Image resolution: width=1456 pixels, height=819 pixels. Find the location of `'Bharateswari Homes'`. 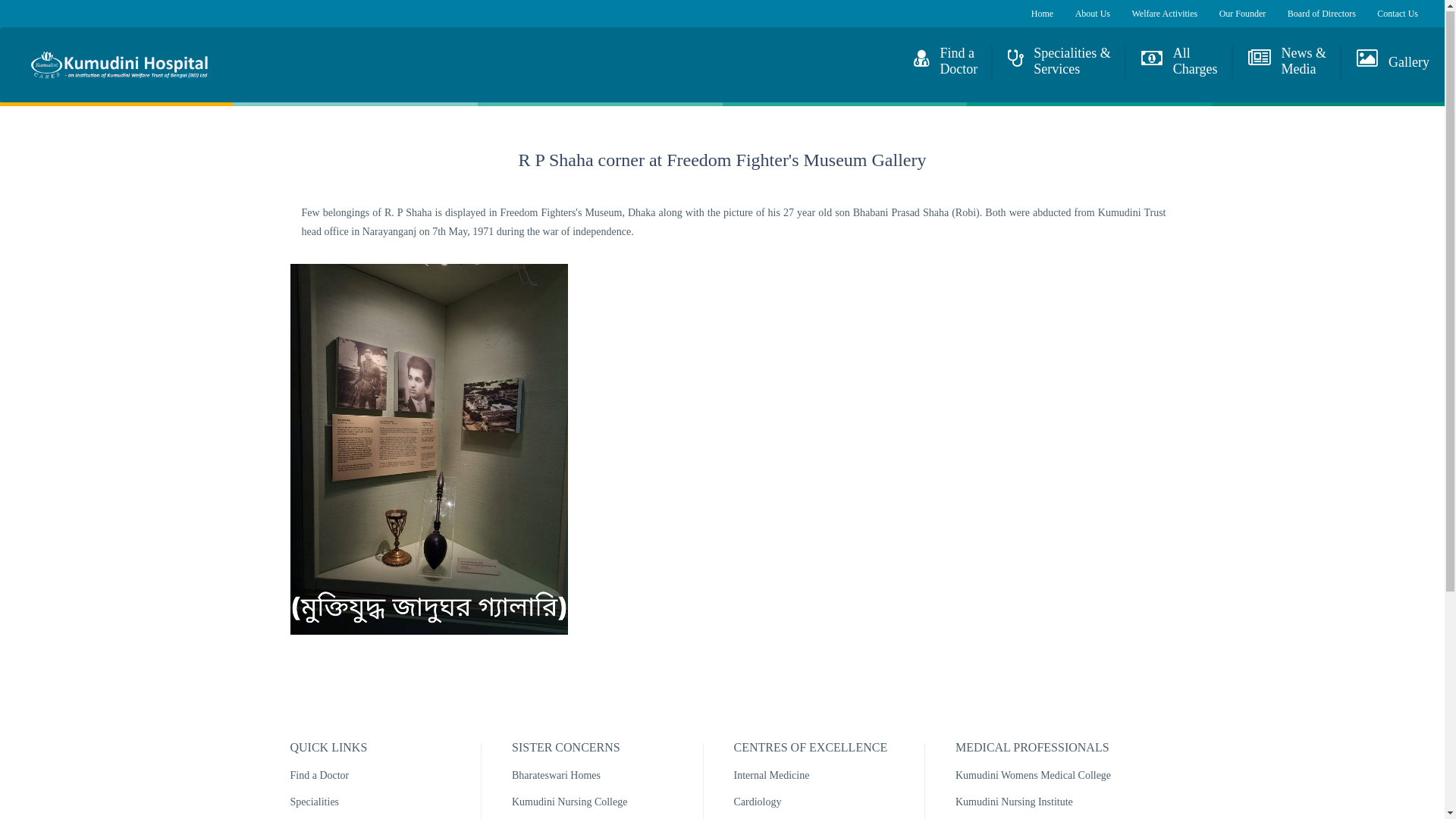

'Bharateswari Homes' is located at coordinates (555, 776).